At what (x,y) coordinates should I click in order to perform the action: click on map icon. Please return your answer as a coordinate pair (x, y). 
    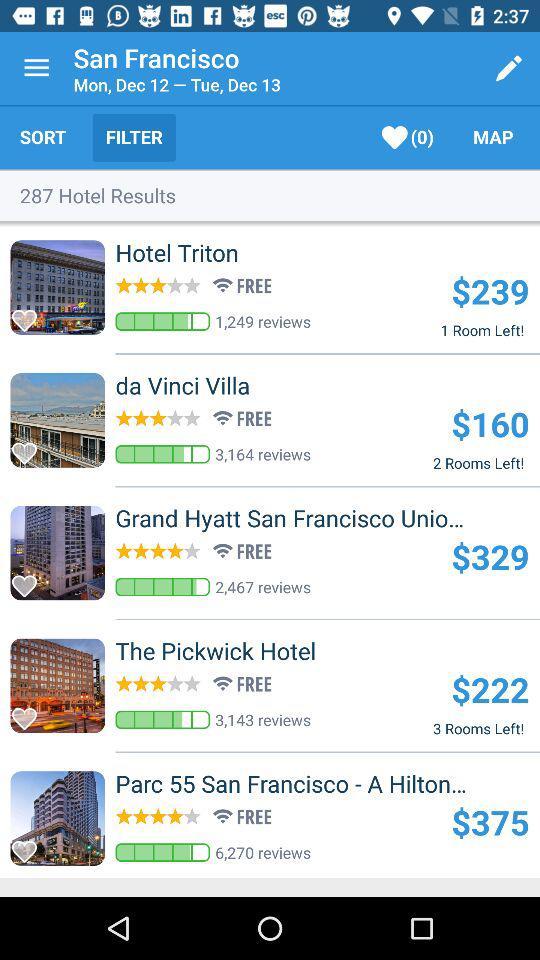
    Looking at the image, I should click on (492, 136).